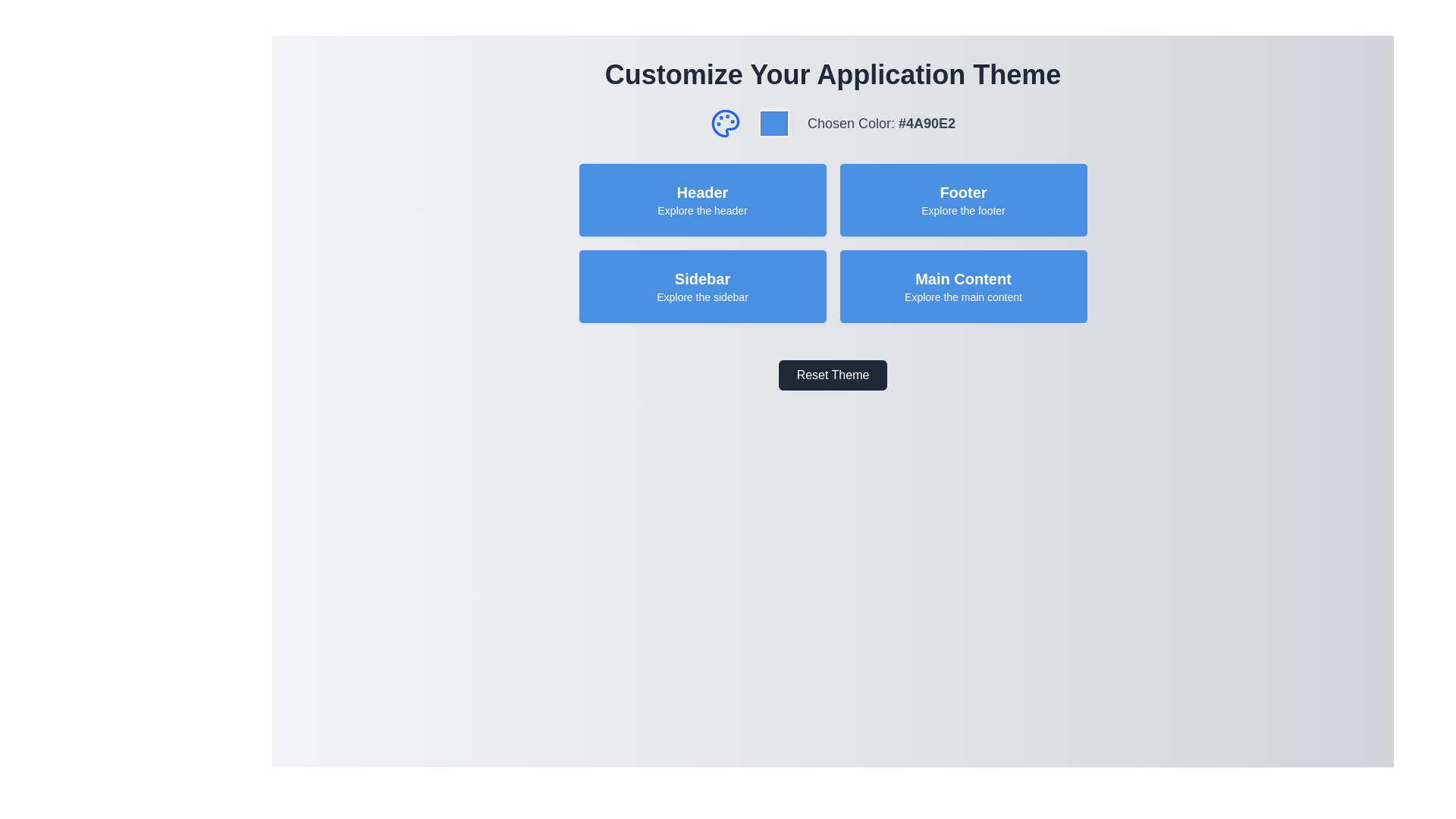 This screenshot has width=1456, height=819. Describe the element at coordinates (962, 199) in the screenshot. I see `the 'Footer' card located in the grid layout as the second card in the top row, positioned to the right of the 'Header' card` at that location.